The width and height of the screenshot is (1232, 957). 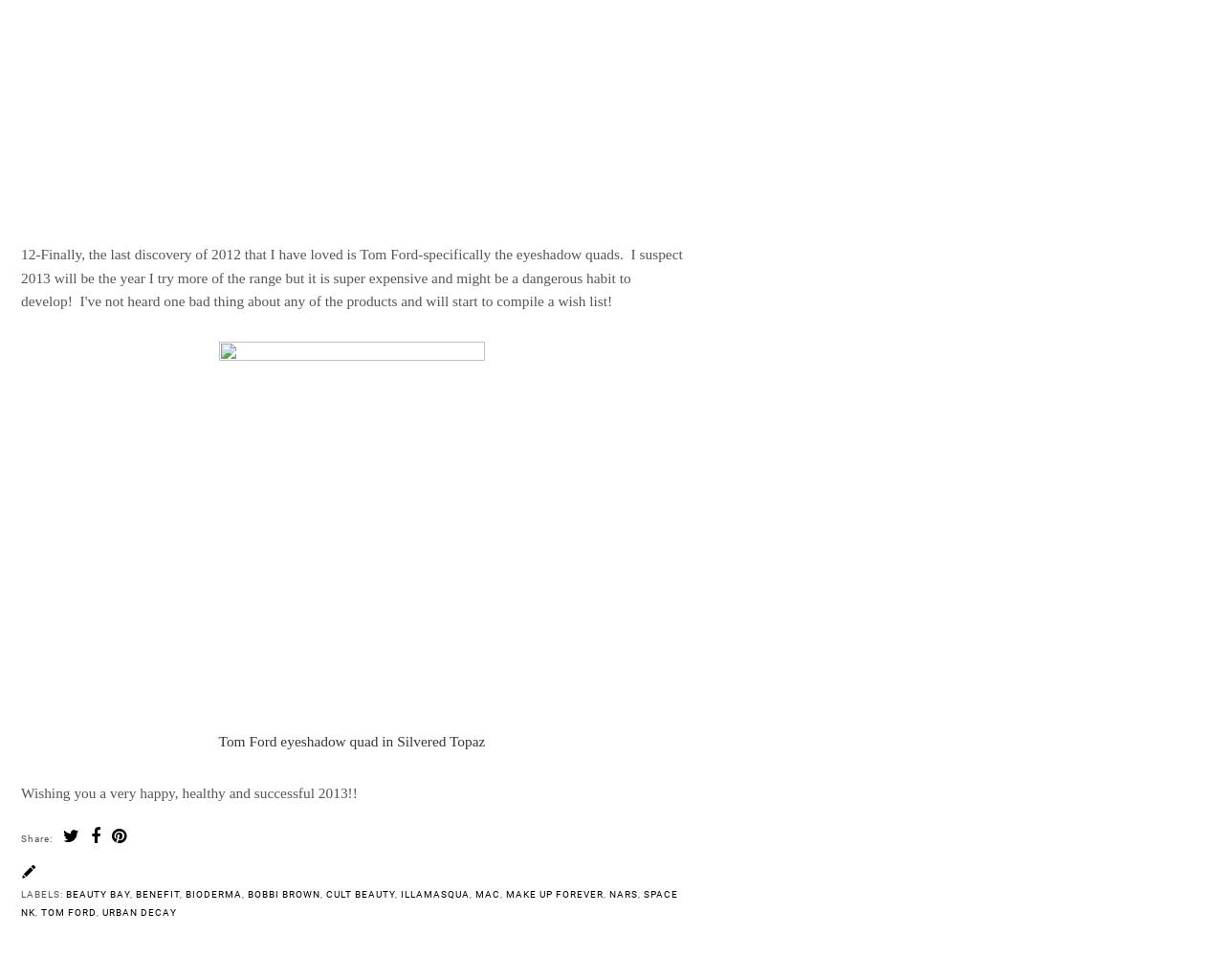 What do you see at coordinates (68, 910) in the screenshot?
I see `'Tom Ford'` at bounding box center [68, 910].